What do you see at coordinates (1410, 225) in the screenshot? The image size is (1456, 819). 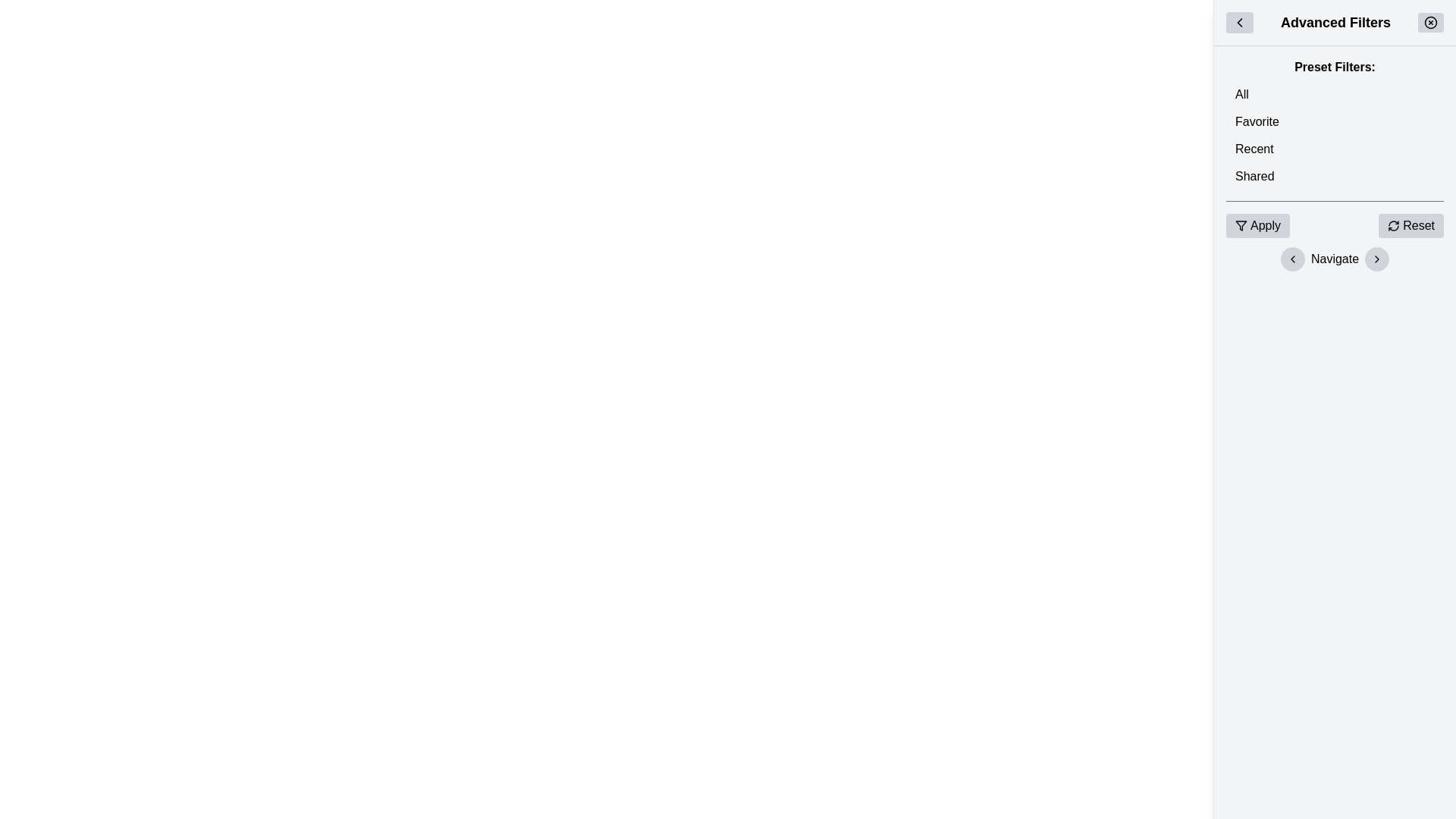 I see `the 'Reset' button, which is a rectangular button with a light gray background and an icon of two circular arrows, located on the right-hand side of the row containing the 'Apply' button` at bounding box center [1410, 225].